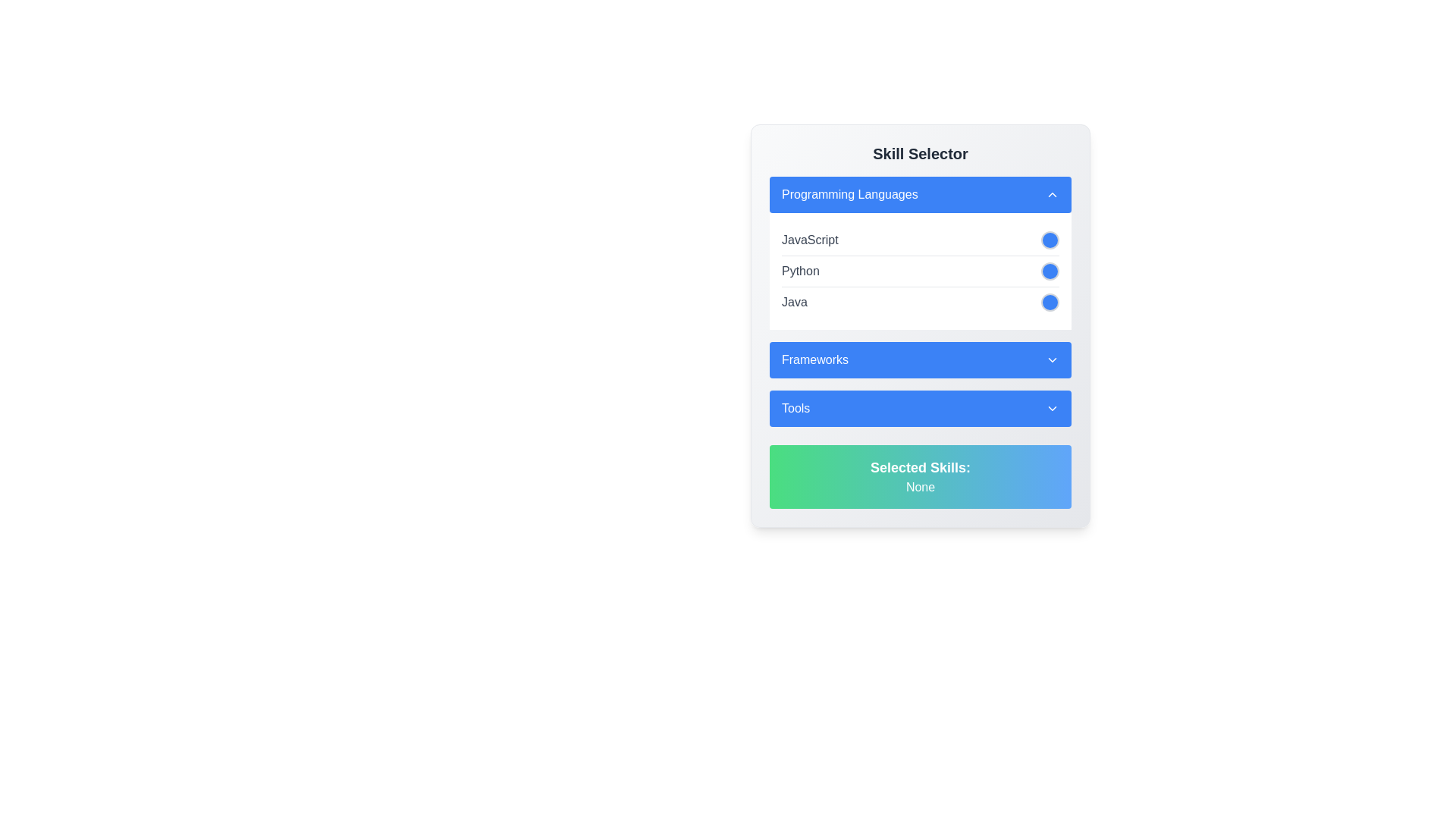  What do you see at coordinates (1051, 194) in the screenshot?
I see `the toggle icon located on the rightmost side of the blue button labeled 'Programming Languages'` at bounding box center [1051, 194].